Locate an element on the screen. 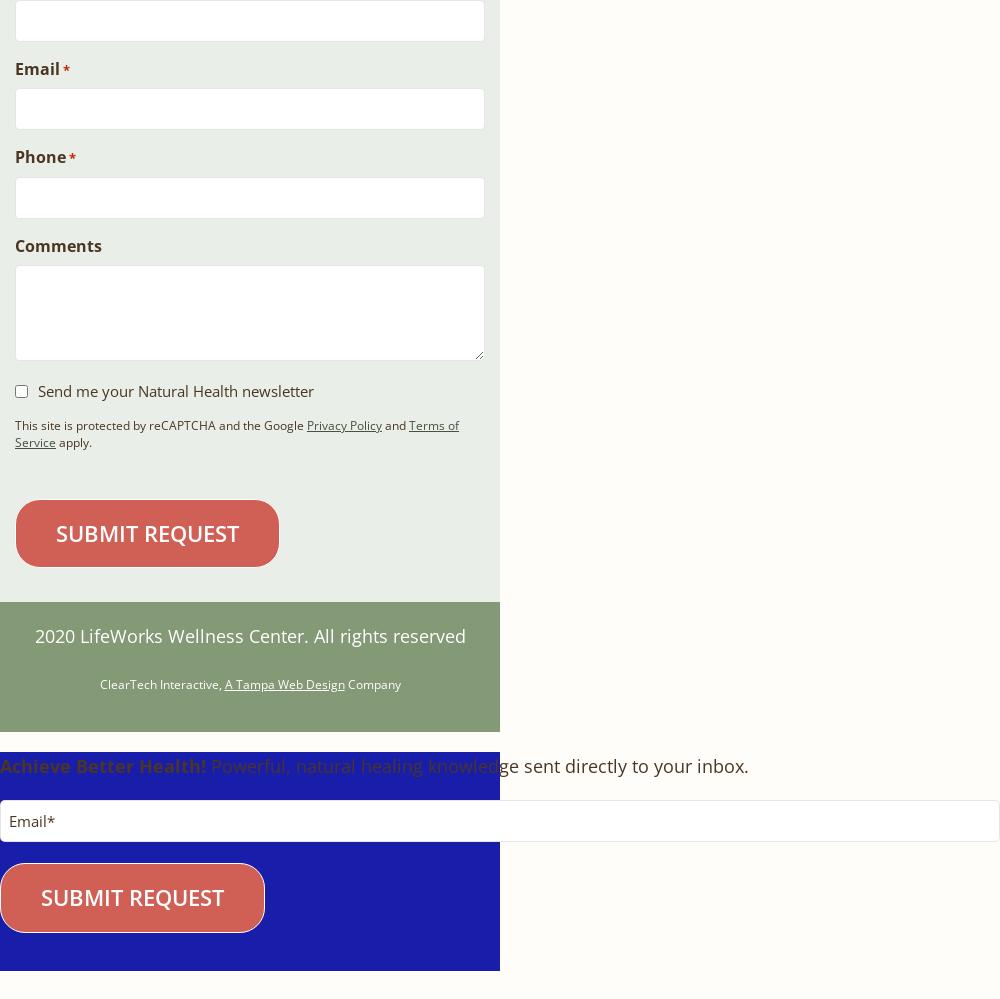 The image size is (1000, 999). 'Privacy Policy' is located at coordinates (343, 424).